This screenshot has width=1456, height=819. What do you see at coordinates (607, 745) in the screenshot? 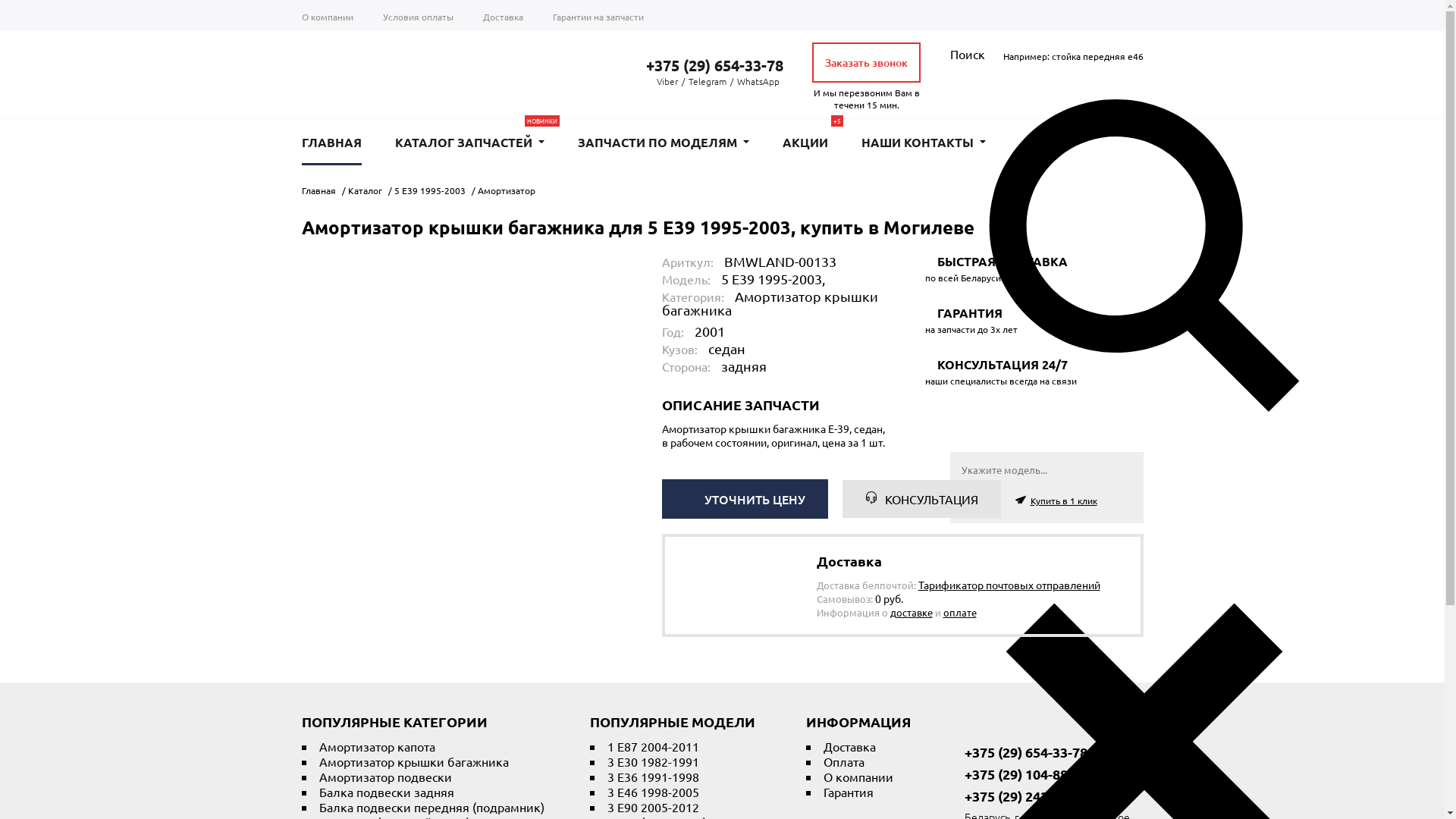
I see `'1 E87 2004-2011'` at bounding box center [607, 745].